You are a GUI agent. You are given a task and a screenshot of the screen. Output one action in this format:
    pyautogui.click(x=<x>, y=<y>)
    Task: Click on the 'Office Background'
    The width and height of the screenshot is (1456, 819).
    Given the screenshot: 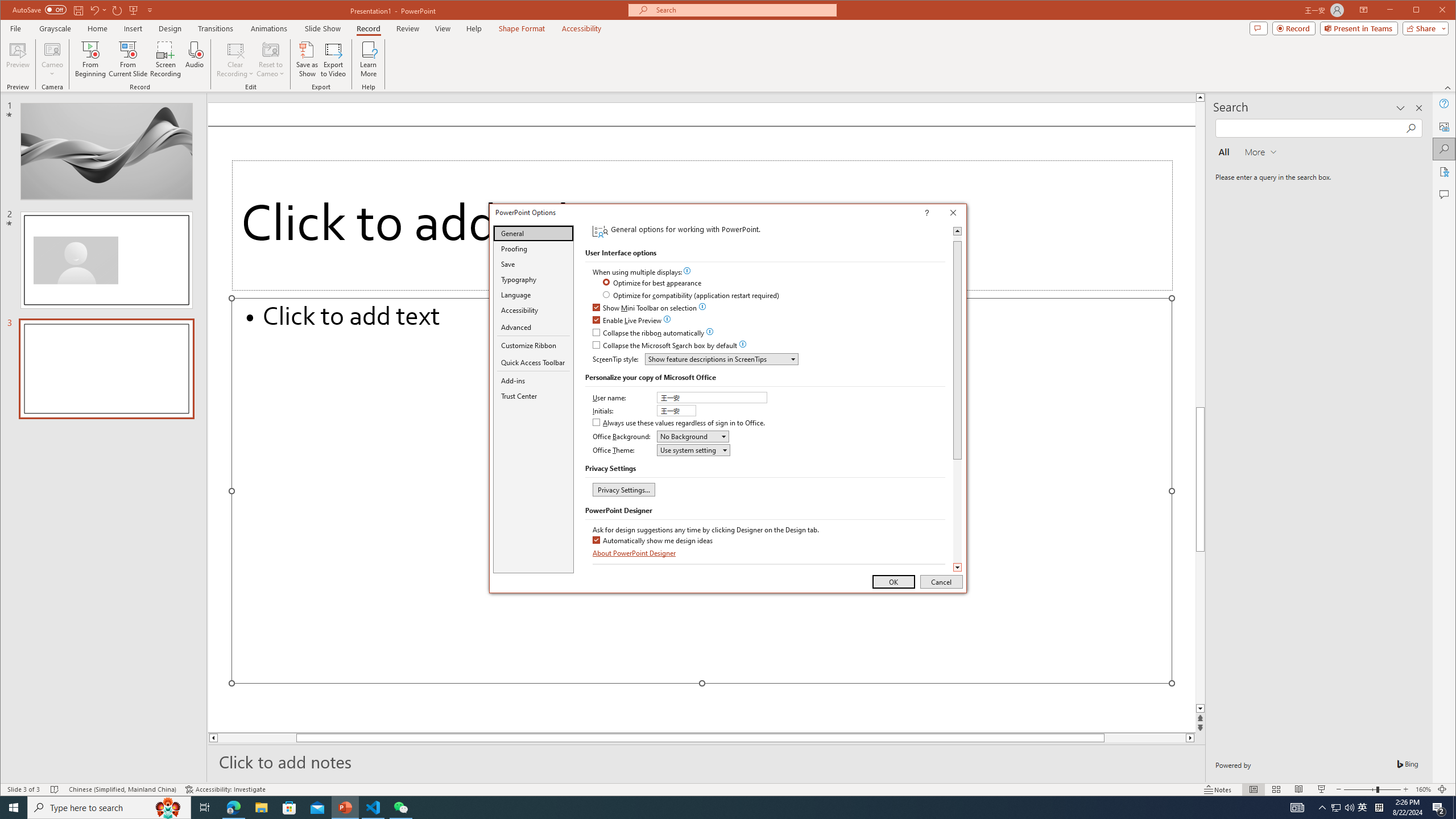 What is the action you would take?
    pyautogui.click(x=693, y=436)
    